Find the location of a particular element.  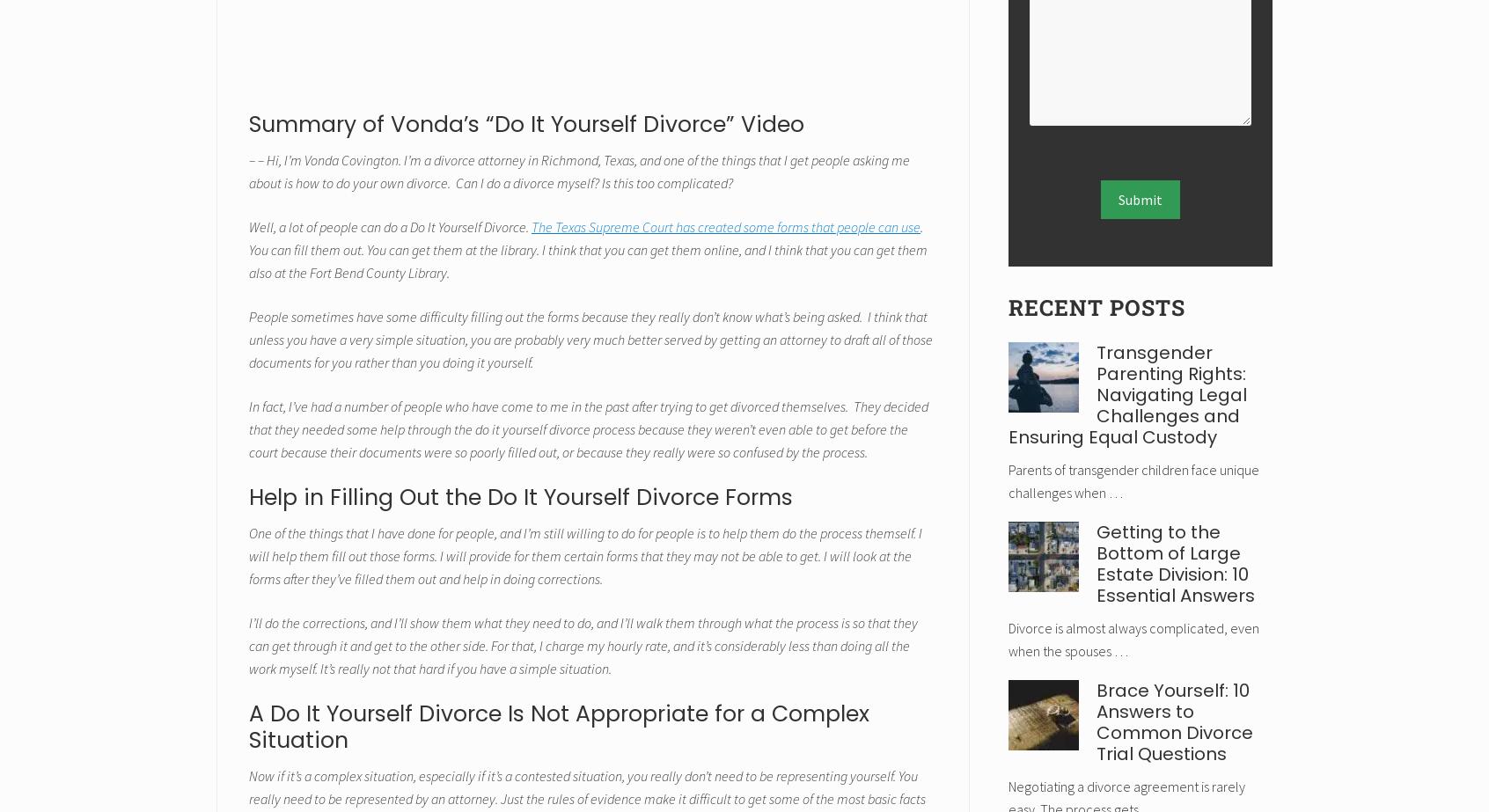

'Divorce is almost always complicated, even when the spouses  …' is located at coordinates (1007, 638).